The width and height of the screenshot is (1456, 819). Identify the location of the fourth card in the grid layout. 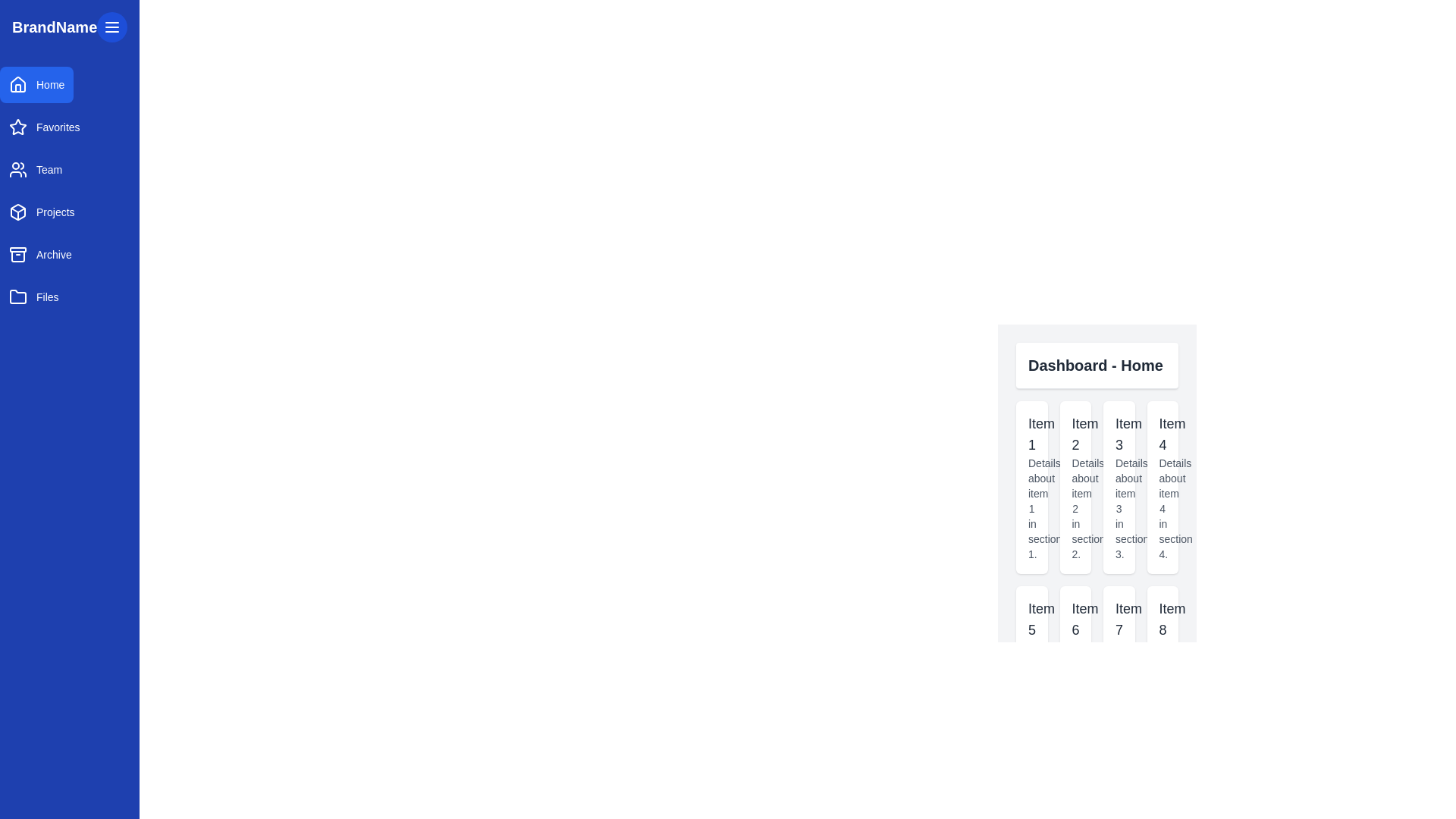
(1162, 488).